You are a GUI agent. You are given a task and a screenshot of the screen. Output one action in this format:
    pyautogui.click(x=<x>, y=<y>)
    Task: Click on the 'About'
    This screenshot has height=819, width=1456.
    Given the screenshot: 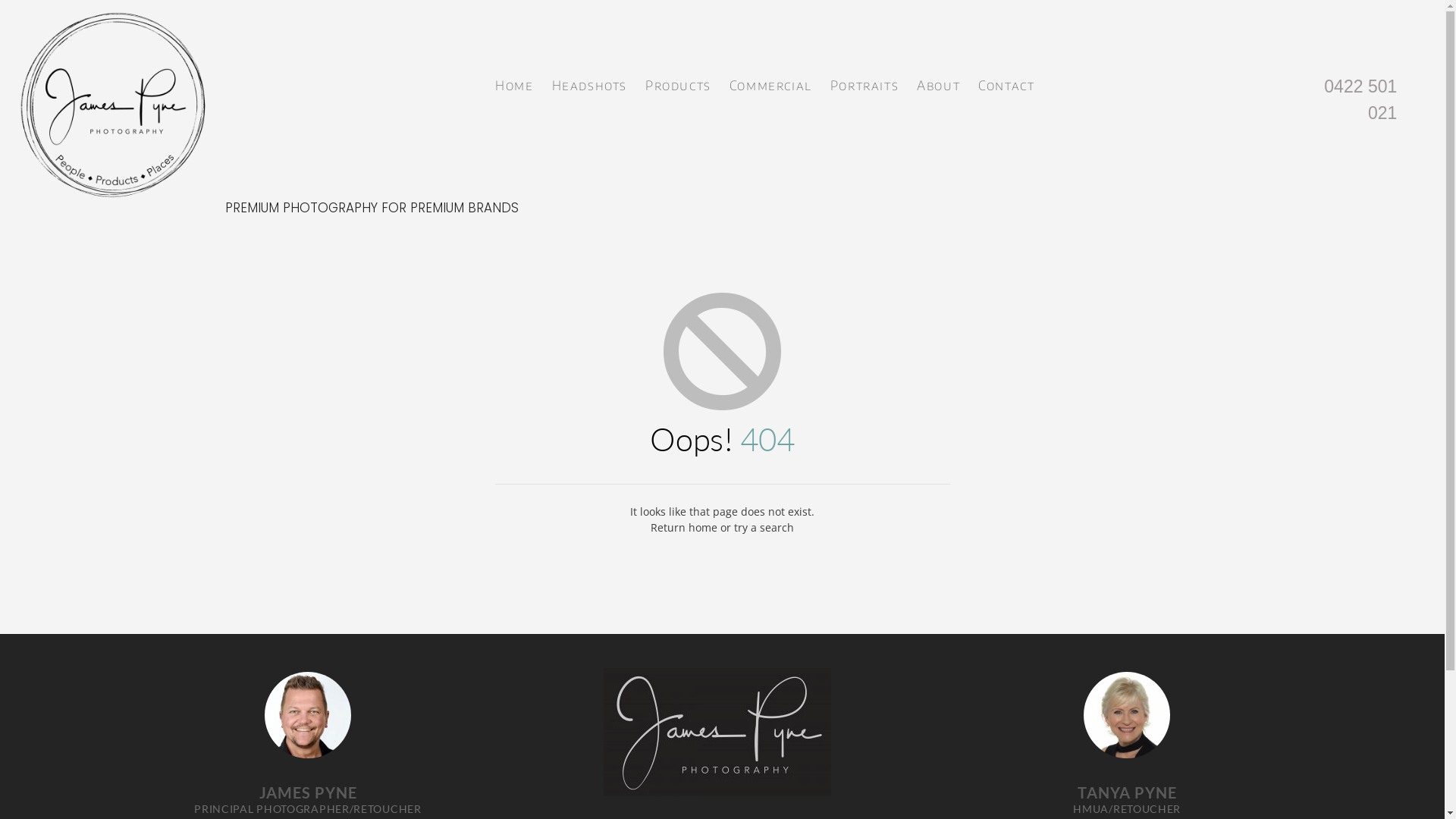 What is the action you would take?
    pyautogui.click(x=937, y=82)
    